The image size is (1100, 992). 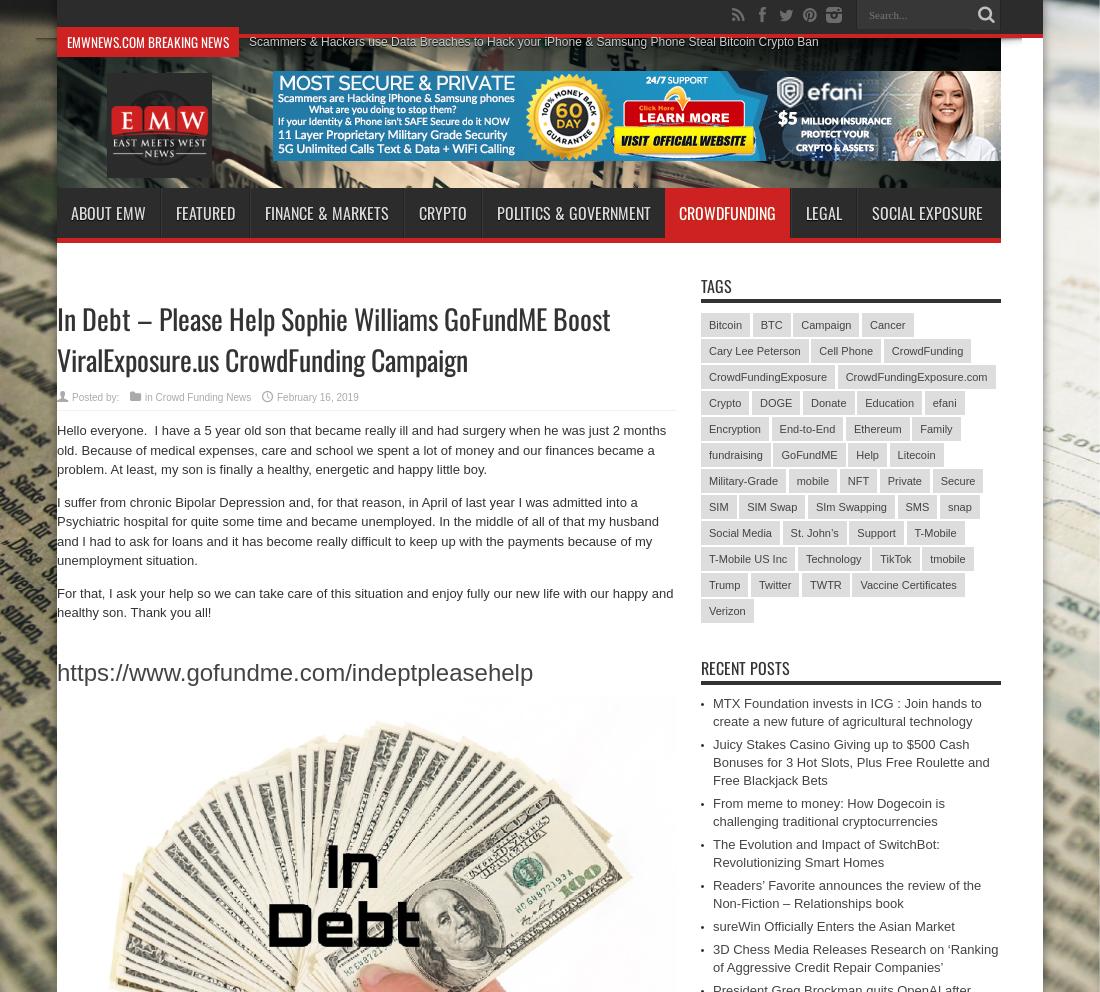 What do you see at coordinates (747, 558) in the screenshot?
I see `'T-Mobile US Inc'` at bounding box center [747, 558].